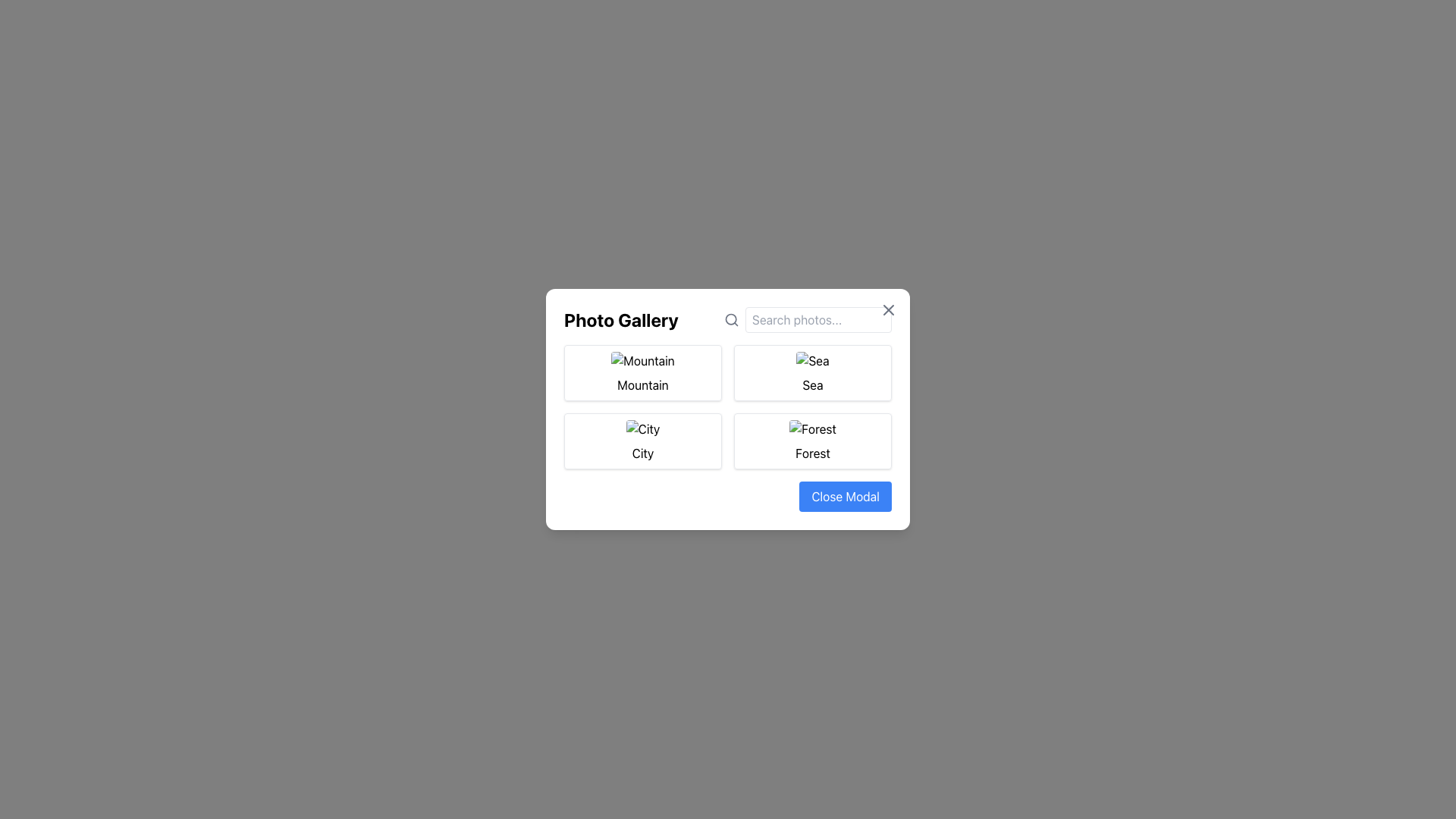 This screenshot has width=1456, height=819. What do you see at coordinates (643, 429) in the screenshot?
I see `the 'City' category thumbnail image located in the bottom row of the left column in the 'Photo Gallery' modal dialog` at bounding box center [643, 429].